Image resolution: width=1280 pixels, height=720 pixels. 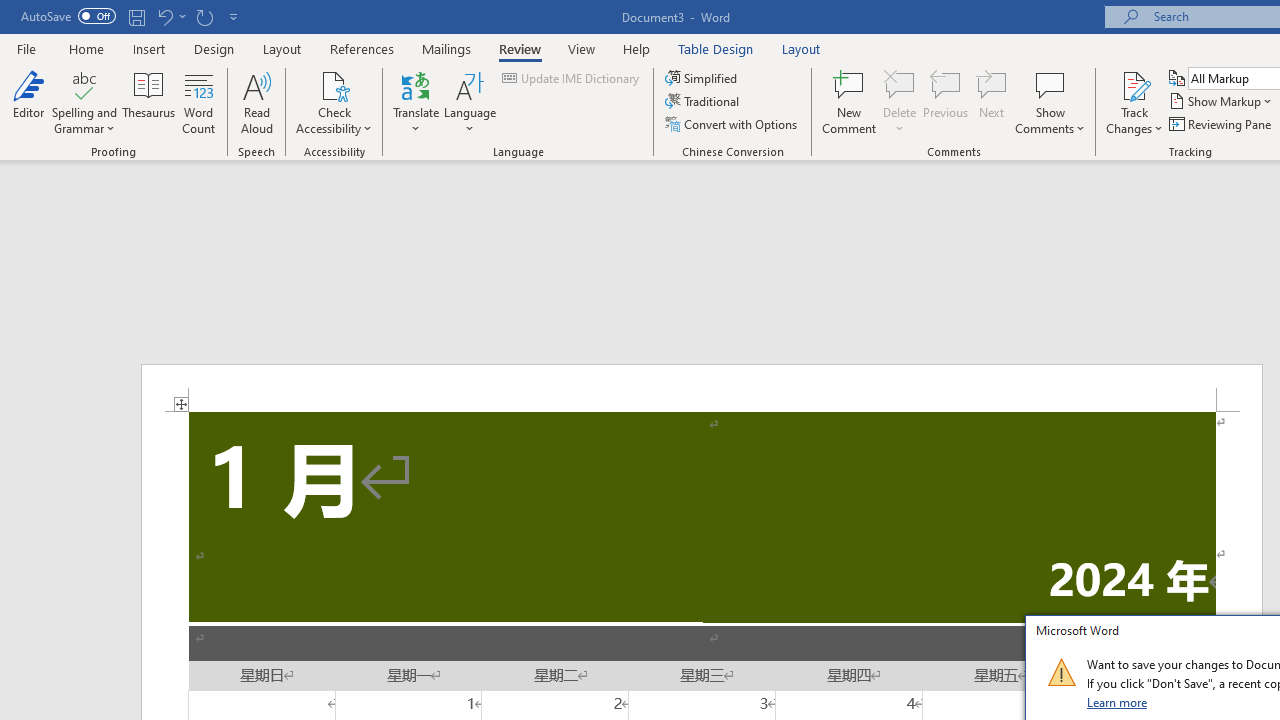 I want to click on 'Show Markup', so click(x=1221, y=101).